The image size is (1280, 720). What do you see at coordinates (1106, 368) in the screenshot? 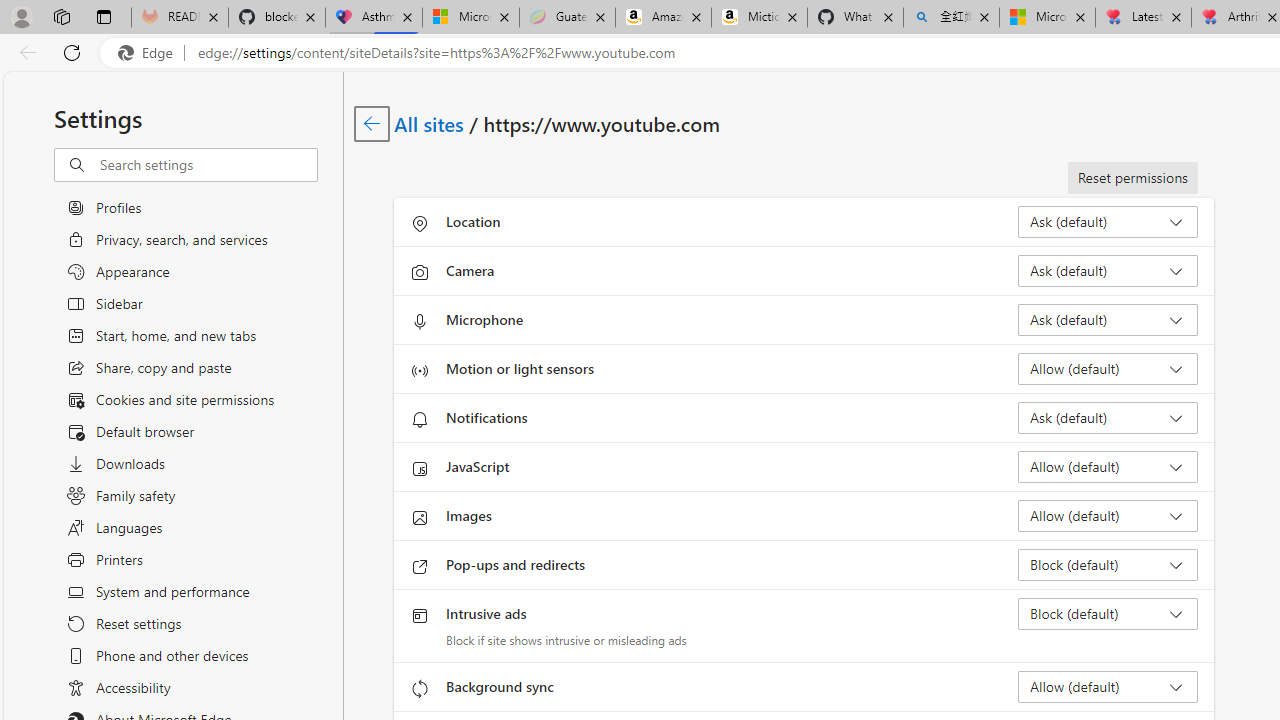
I see `'Motion or light sensors Allow (default)'` at bounding box center [1106, 368].